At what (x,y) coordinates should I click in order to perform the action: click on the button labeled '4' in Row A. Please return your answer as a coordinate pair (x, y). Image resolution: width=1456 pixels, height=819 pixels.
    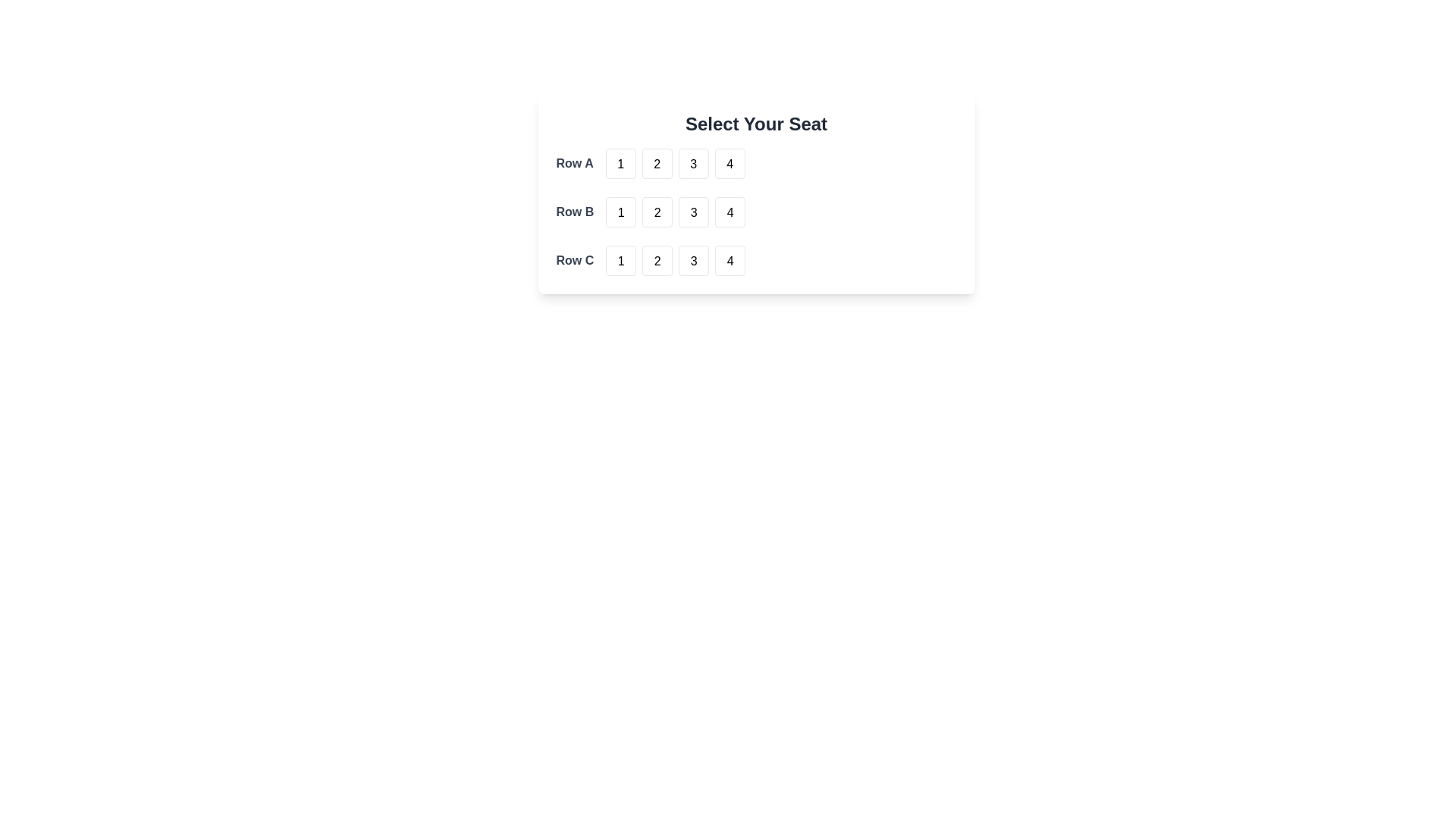
    Looking at the image, I should click on (730, 164).